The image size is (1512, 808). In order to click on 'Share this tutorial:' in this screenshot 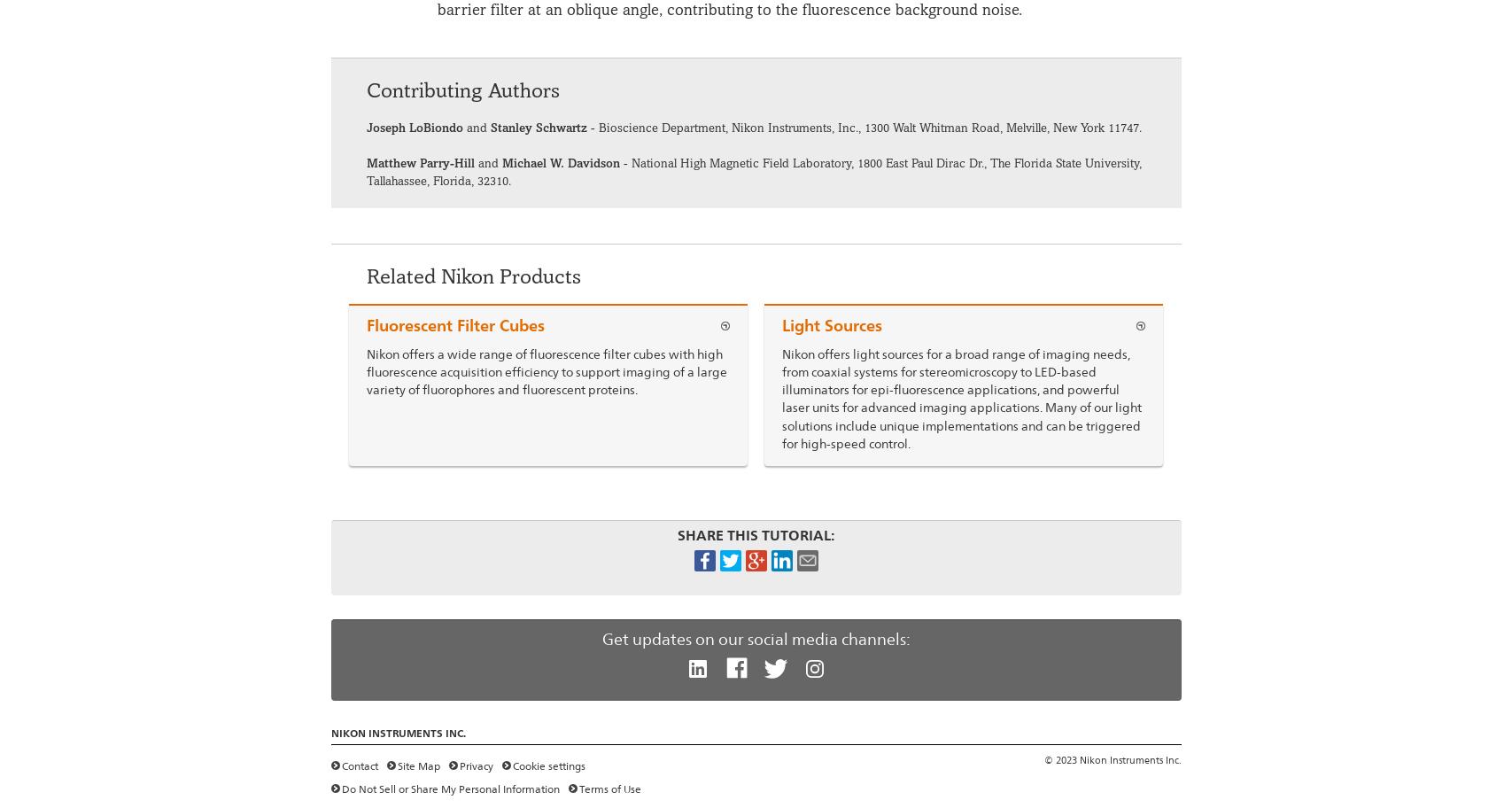, I will do `click(756, 534)`.